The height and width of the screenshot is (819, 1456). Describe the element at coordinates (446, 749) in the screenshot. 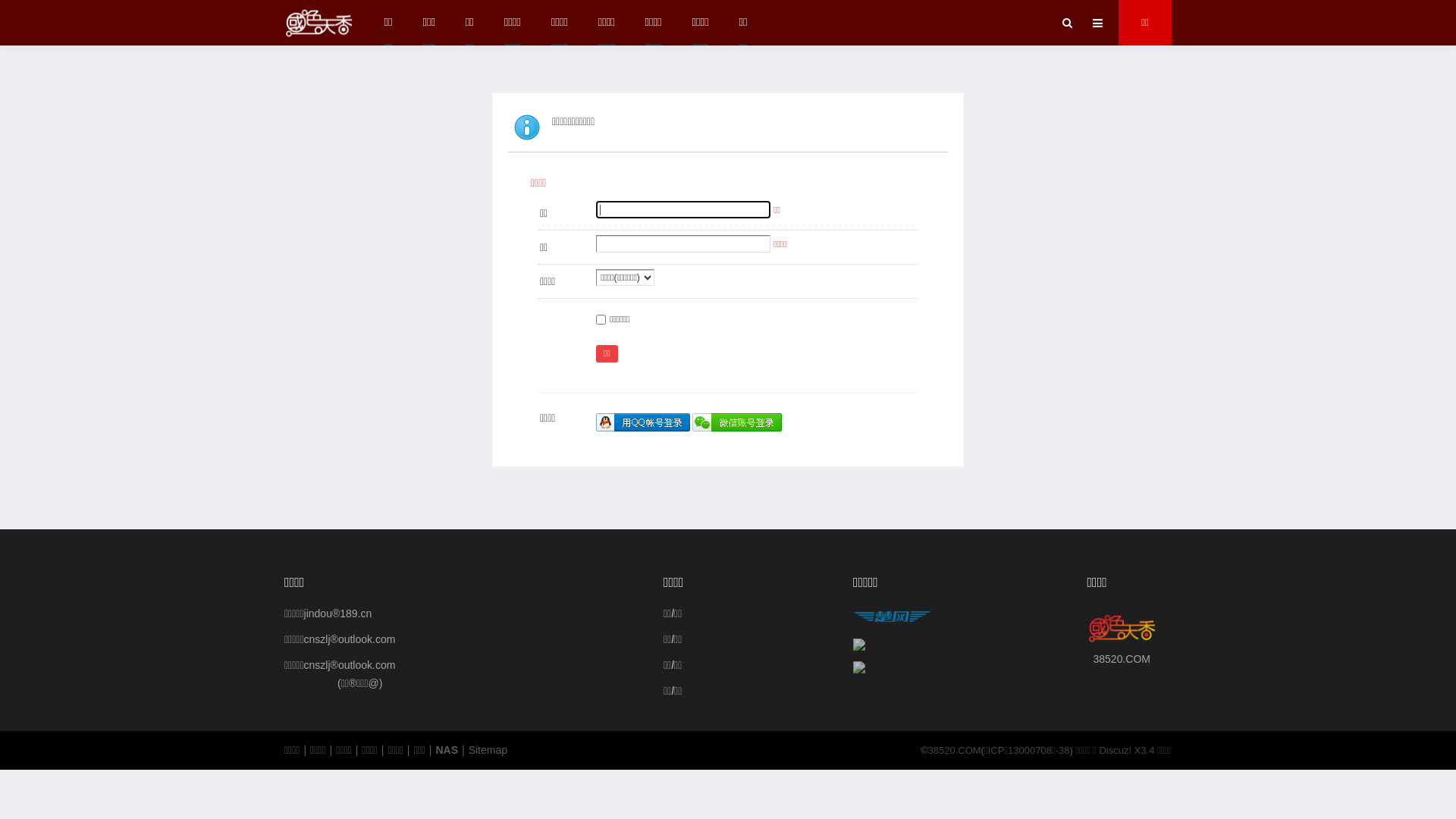

I see `'NAS'` at that location.